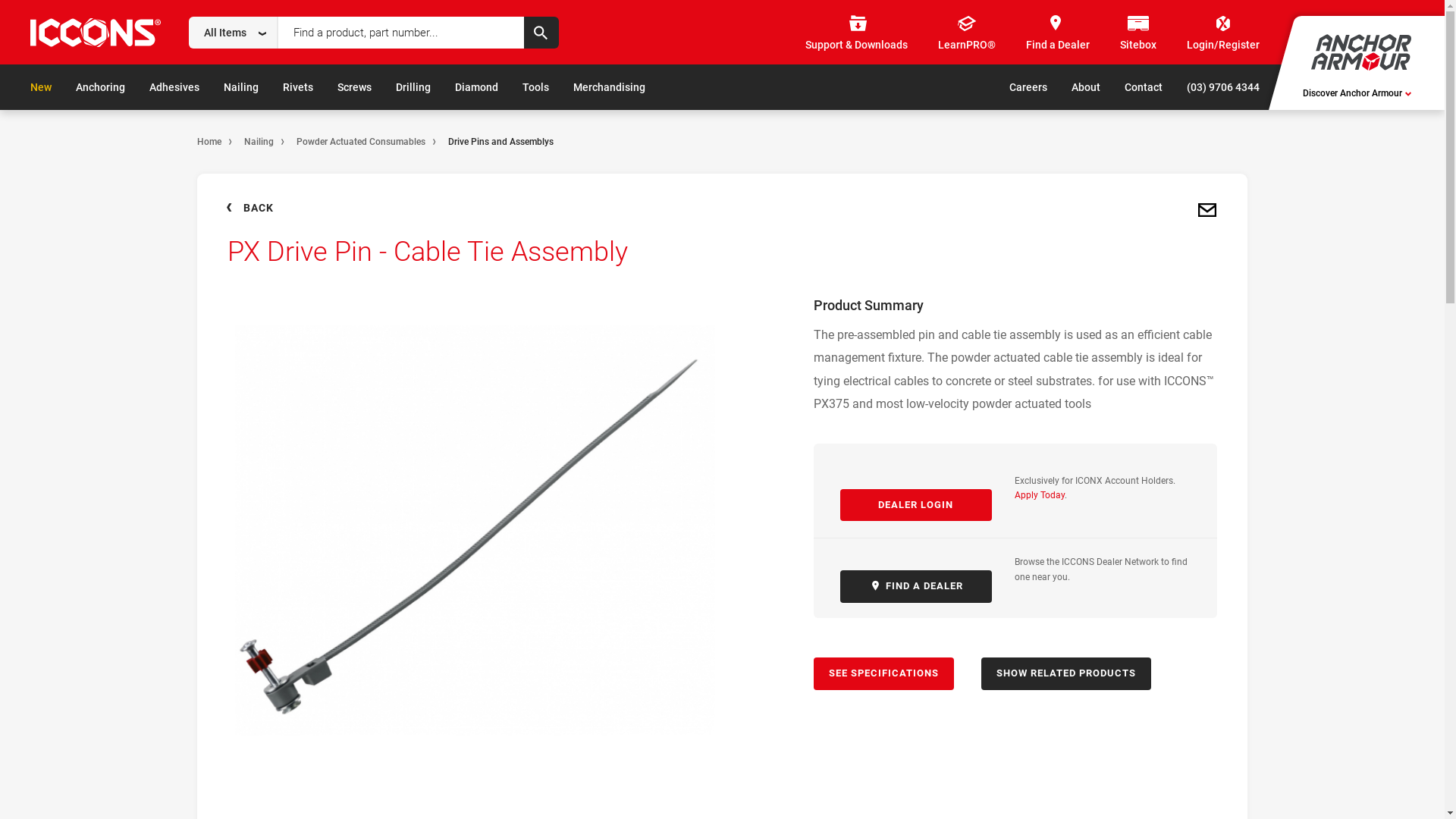  What do you see at coordinates (1193, 210) in the screenshot?
I see `'Share by Email'` at bounding box center [1193, 210].